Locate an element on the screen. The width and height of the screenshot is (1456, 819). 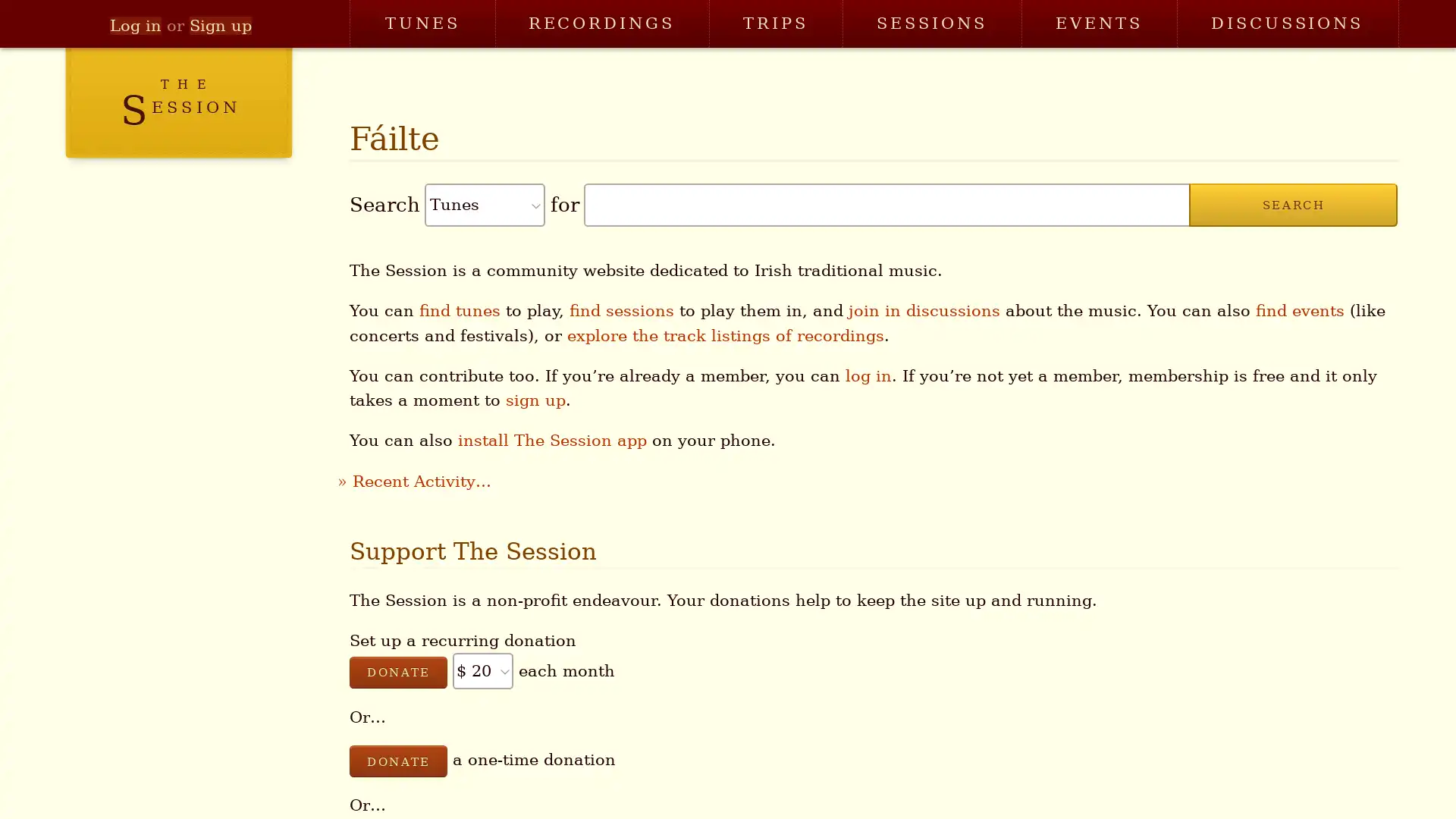
search is located at coordinates (1291, 205).